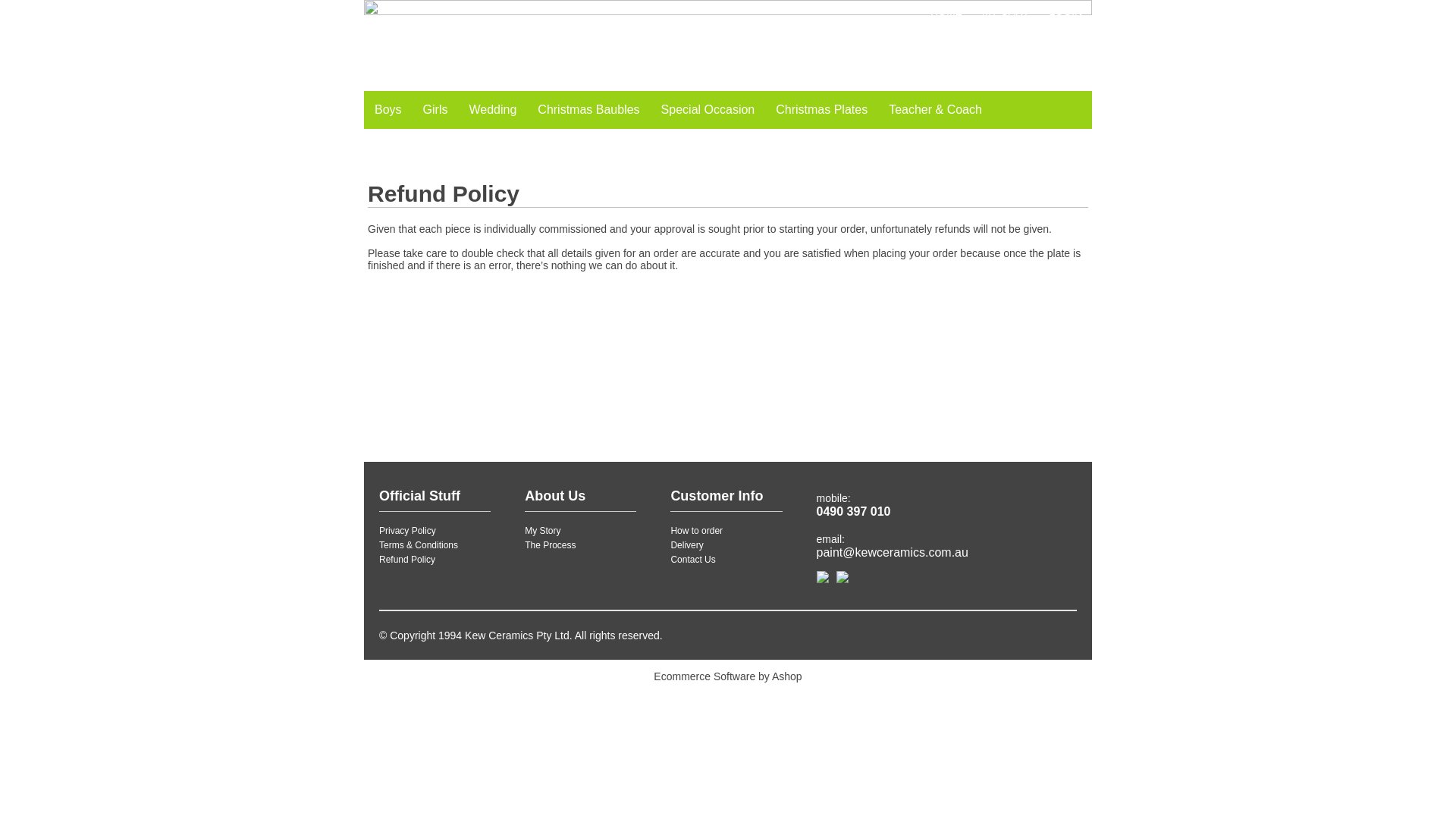  Describe the element at coordinates (669, 544) in the screenshot. I see `'Delivery'` at that location.